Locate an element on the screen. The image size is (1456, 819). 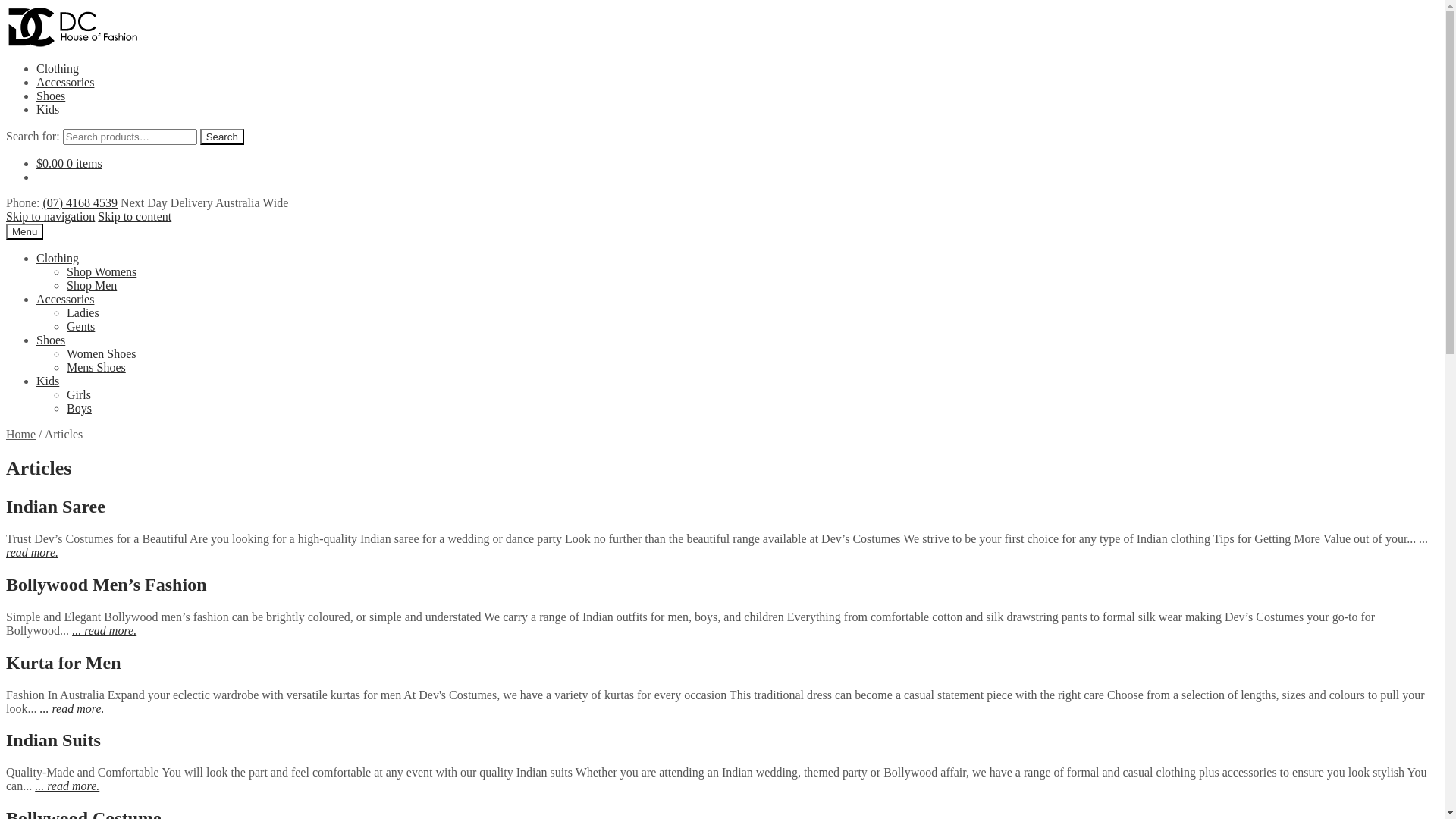
'Kids' is located at coordinates (47, 108).